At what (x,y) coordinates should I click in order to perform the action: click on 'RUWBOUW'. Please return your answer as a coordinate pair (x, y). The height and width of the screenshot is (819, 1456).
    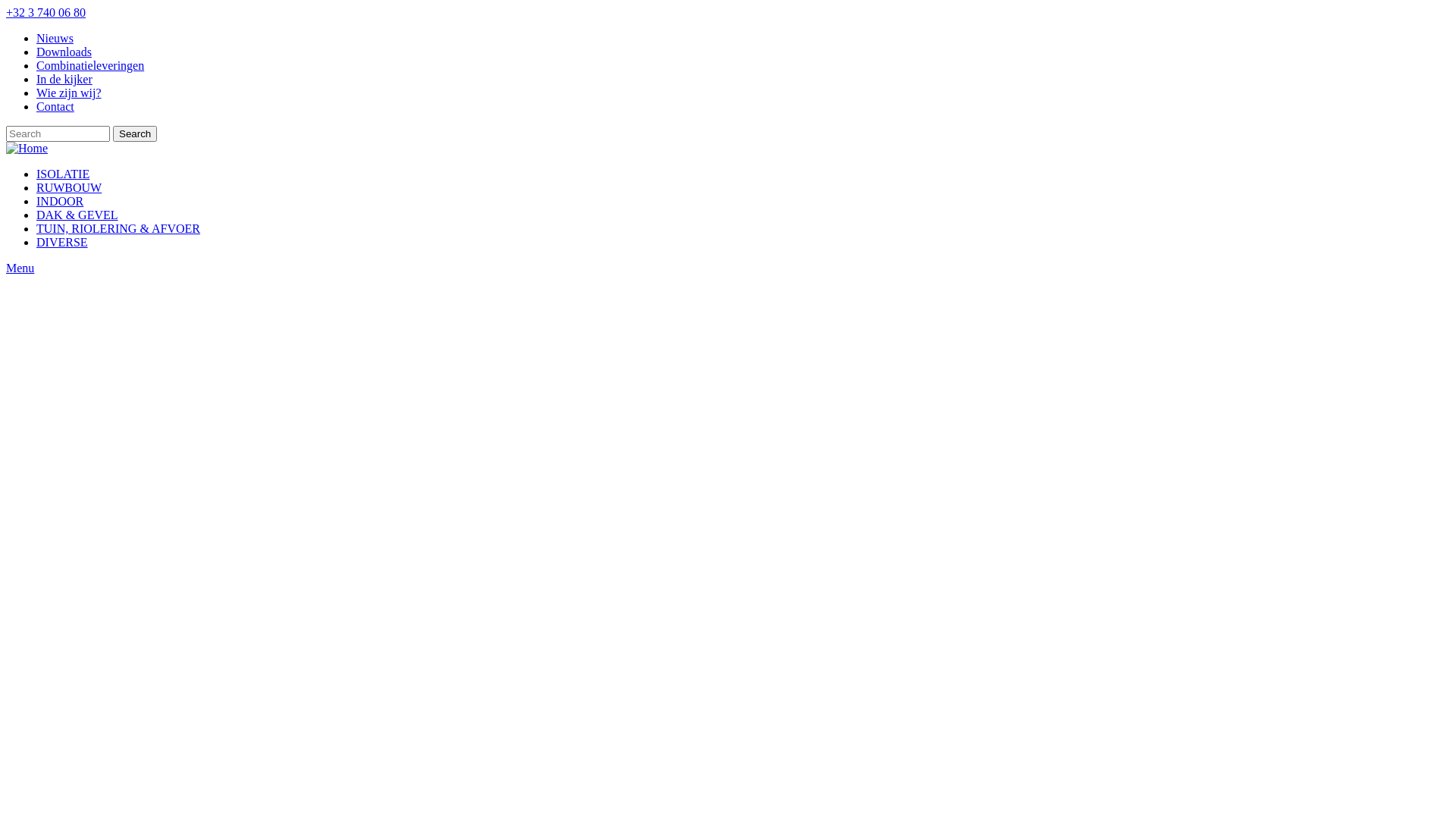
    Looking at the image, I should click on (68, 187).